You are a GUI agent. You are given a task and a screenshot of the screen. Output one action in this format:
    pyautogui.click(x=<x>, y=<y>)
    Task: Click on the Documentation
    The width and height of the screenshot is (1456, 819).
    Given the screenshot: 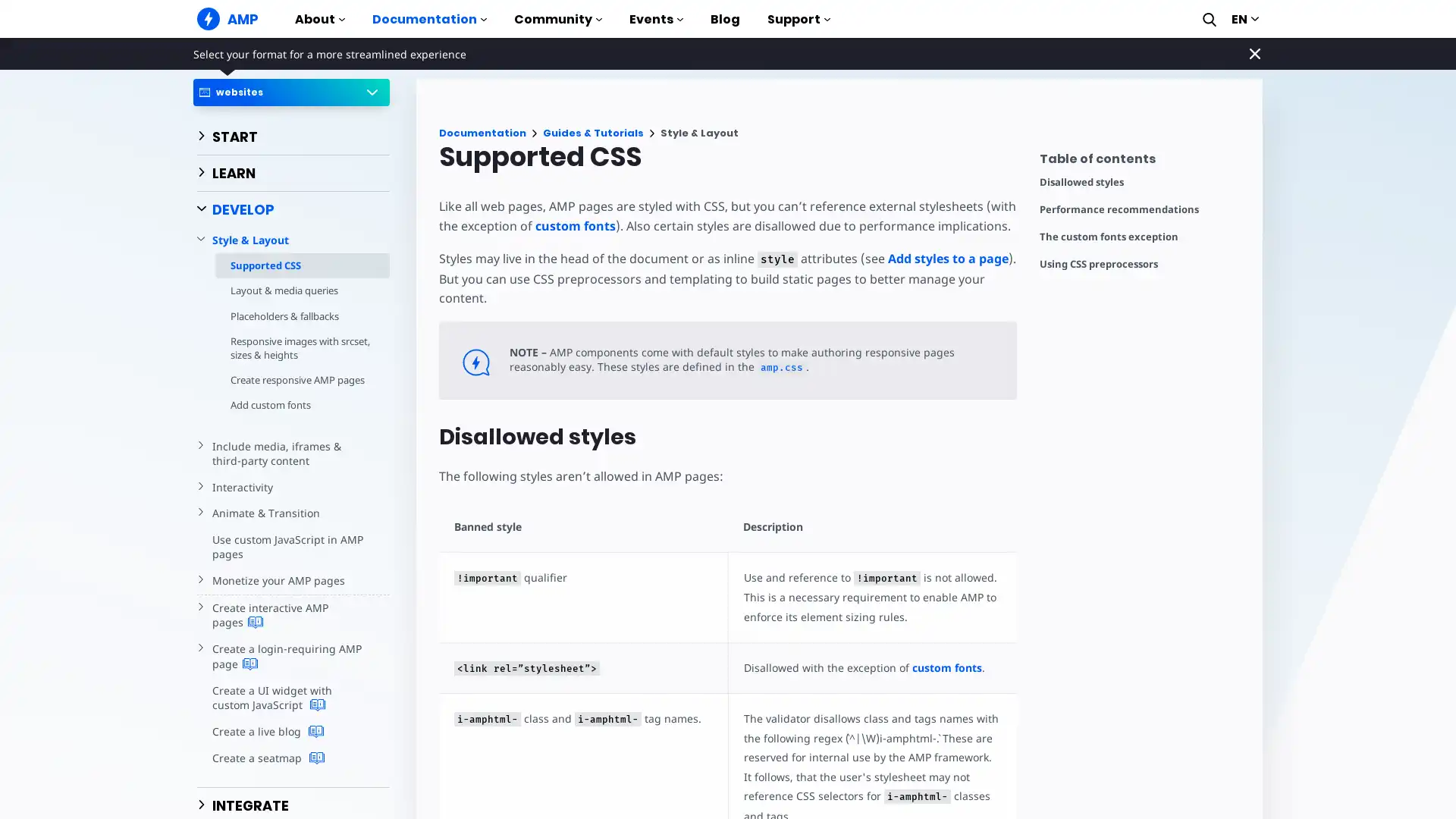 What is the action you would take?
    pyautogui.click(x=428, y=24)
    